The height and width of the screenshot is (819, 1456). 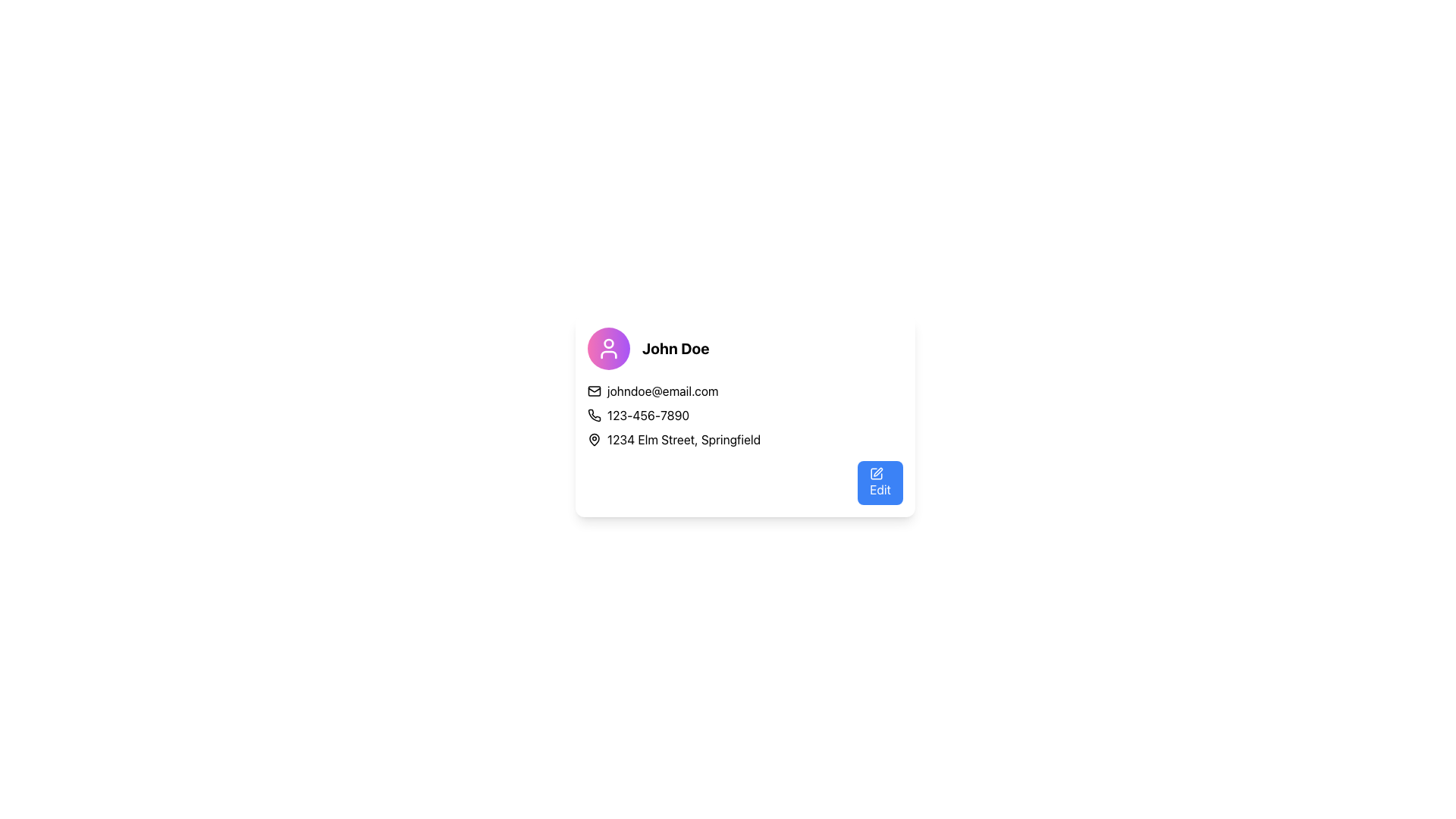 I want to click on the non-interactive text label displaying the user's name in the profile header section, located to the right of the avatar circle, so click(x=675, y=348).